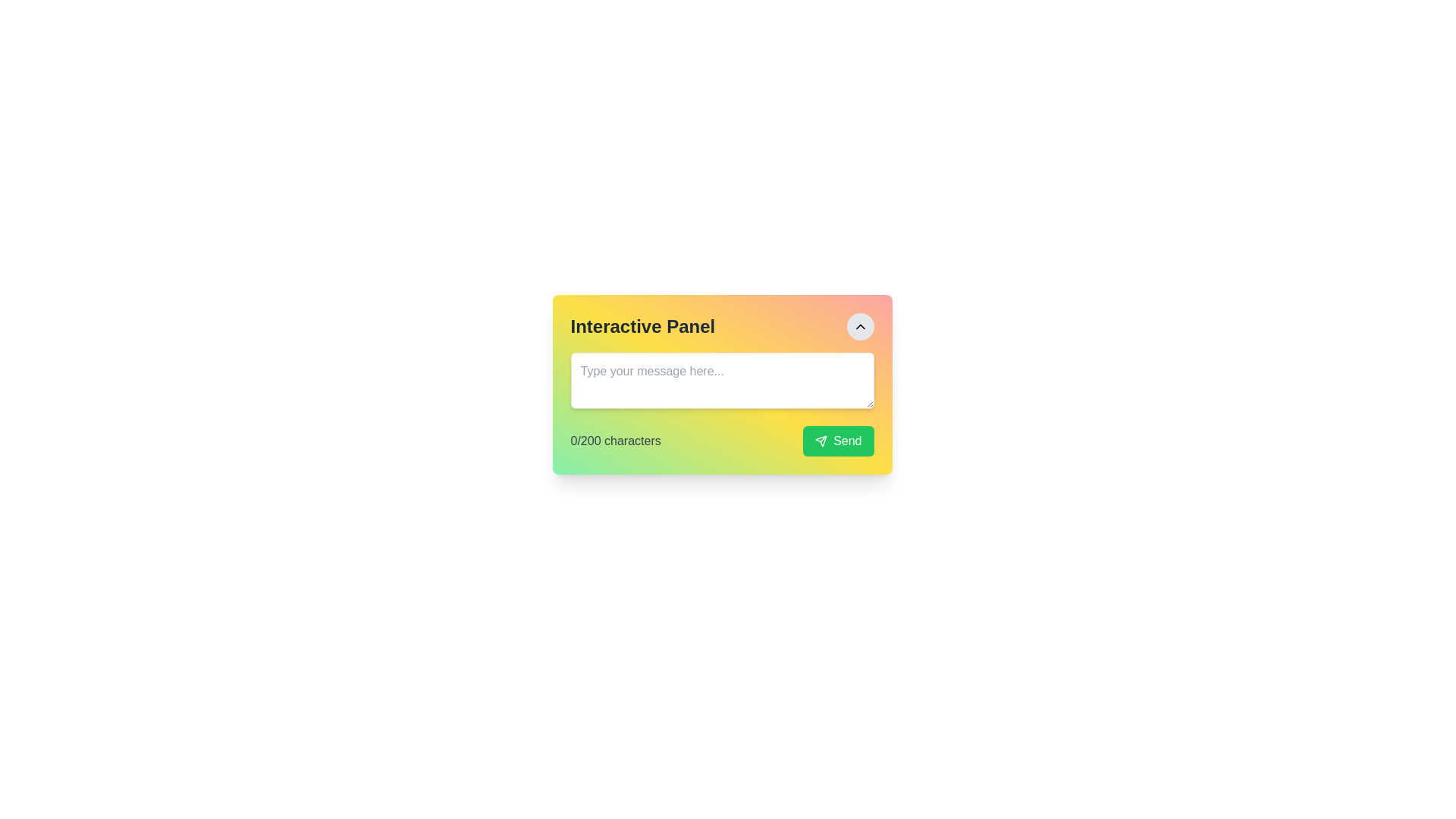  What do you see at coordinates (846, 441) in the screenshot?
I see `the 'Send' button, which is a green rectangular button with the text 'Send' in white font, located in the bottom-right corner of a small card layout` at bounding box center [846, 441].